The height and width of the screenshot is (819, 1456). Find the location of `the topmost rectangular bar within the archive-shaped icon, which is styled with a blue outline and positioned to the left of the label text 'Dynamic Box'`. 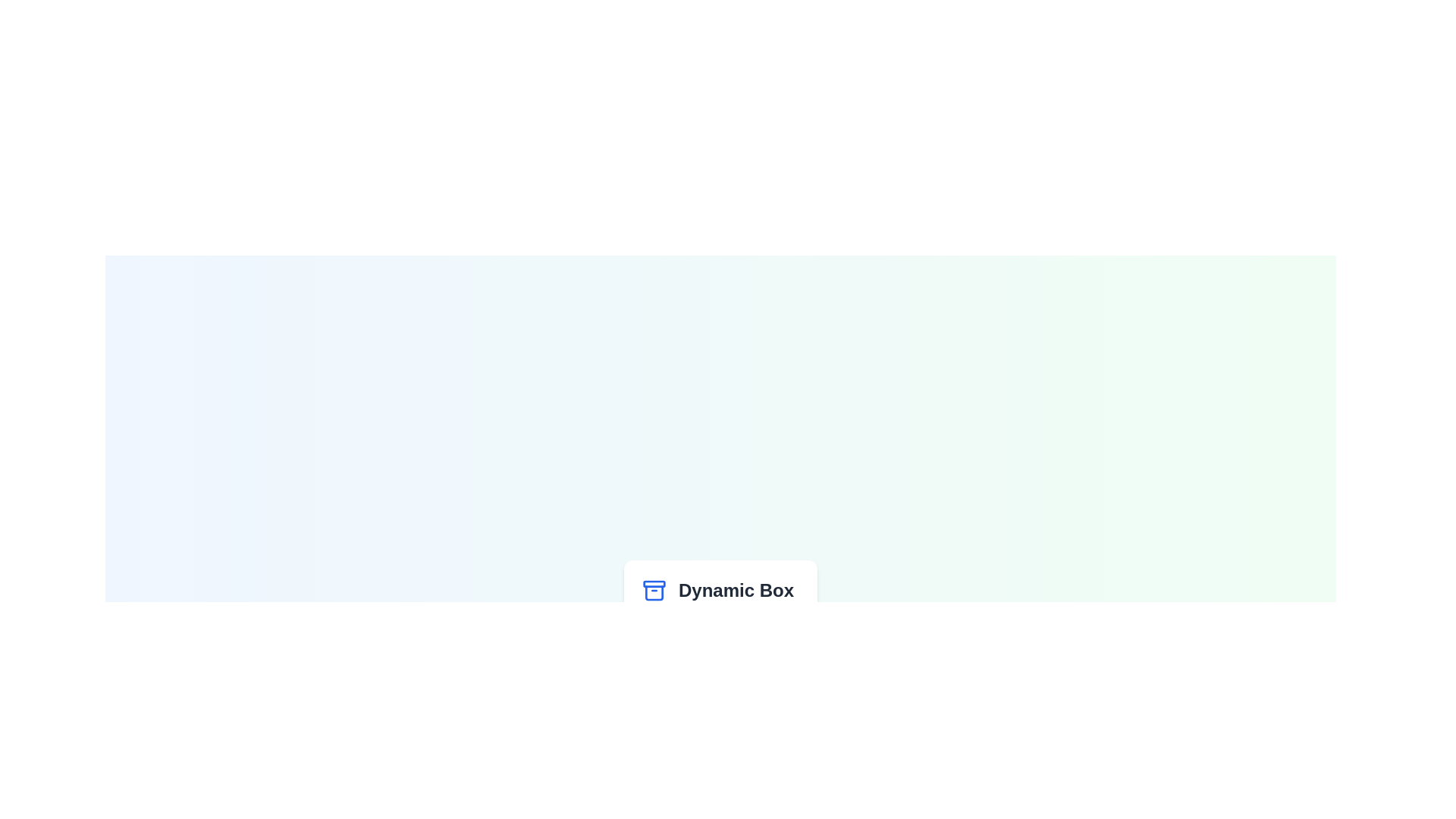

the topmost rectangular bar within the archive-shaped icon, which is styled with a blue outline and positioned to the left of the label text 'Dynamic Box' is located at coordinates (654, 583).